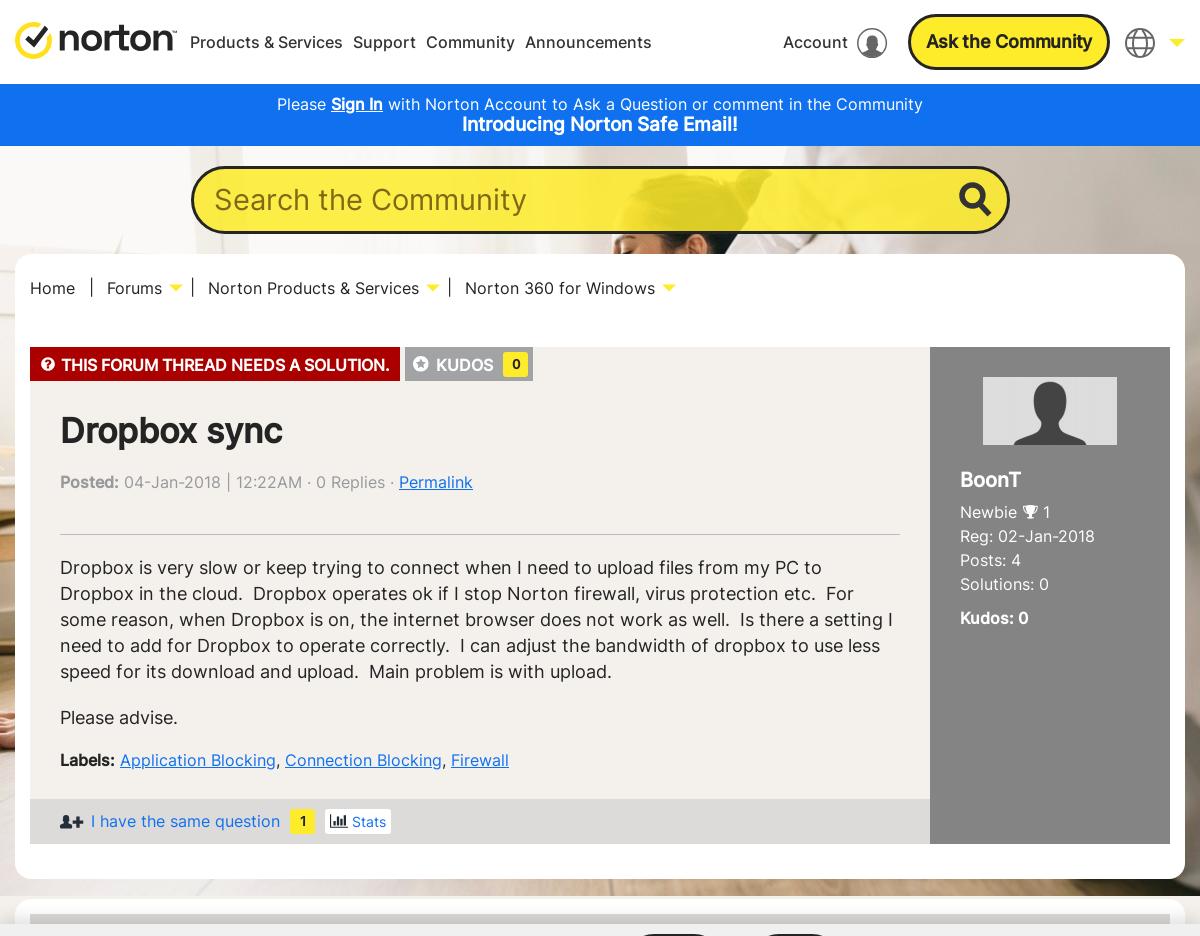 This screenshot has width=1200, height=936. What do you see at coordinates (1038, 292) in the screenshot?
I see `'Português'` at bounding box center [1038, 292].